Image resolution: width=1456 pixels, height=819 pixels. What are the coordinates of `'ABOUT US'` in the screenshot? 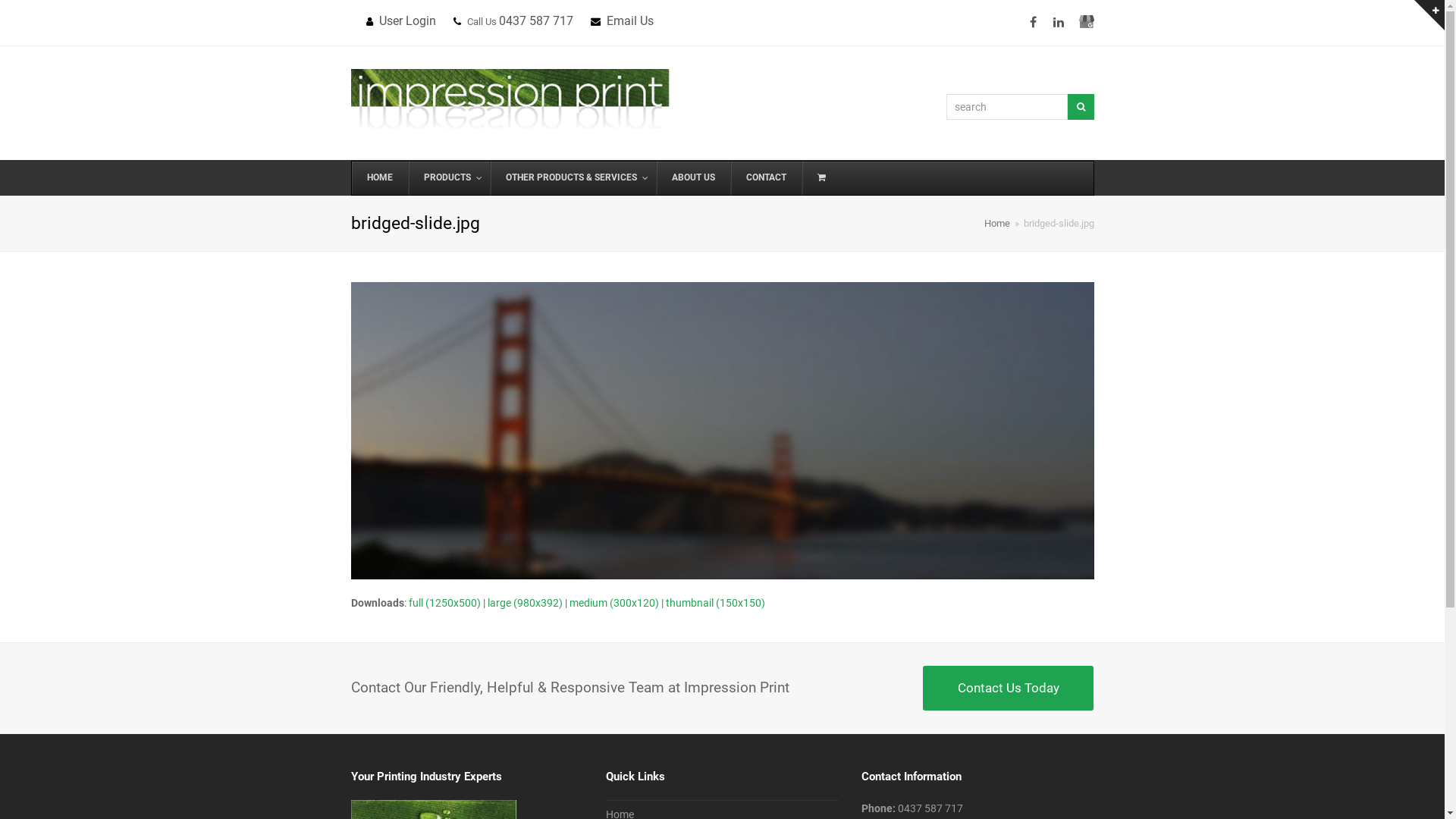 It's located at (655, 177).